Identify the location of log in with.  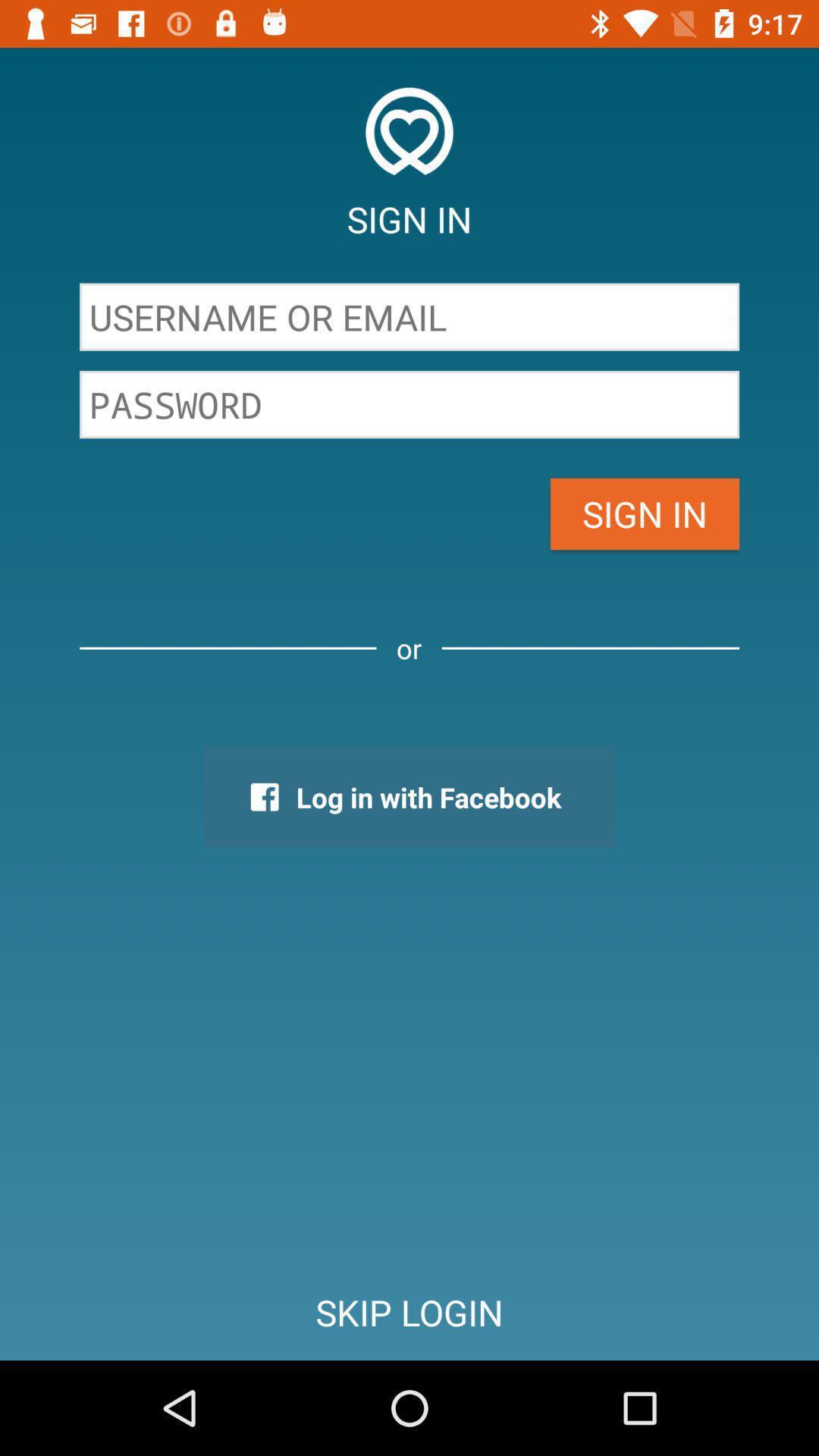
(408, 796).